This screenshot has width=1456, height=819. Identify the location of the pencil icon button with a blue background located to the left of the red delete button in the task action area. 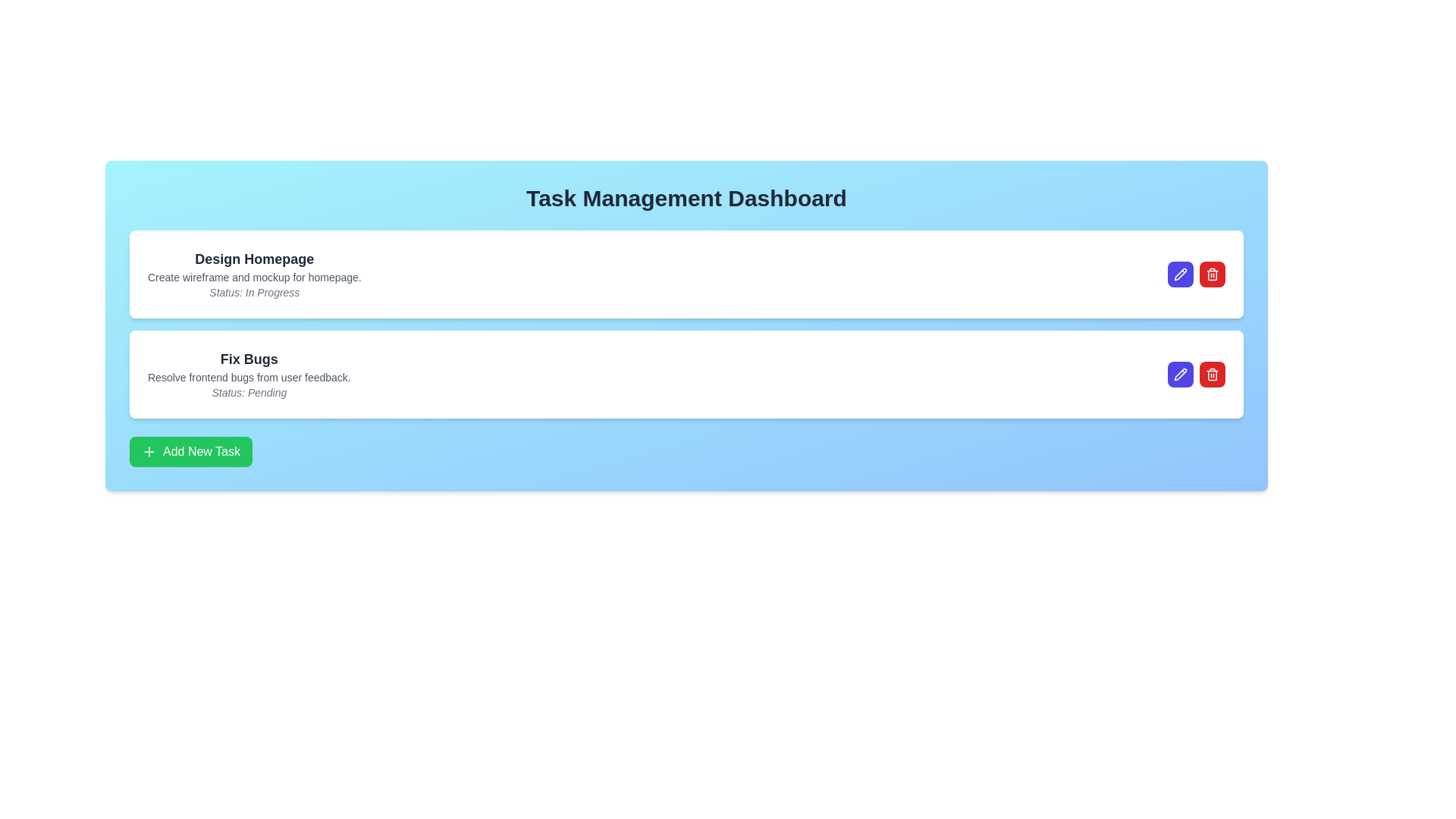
(1178, 274).